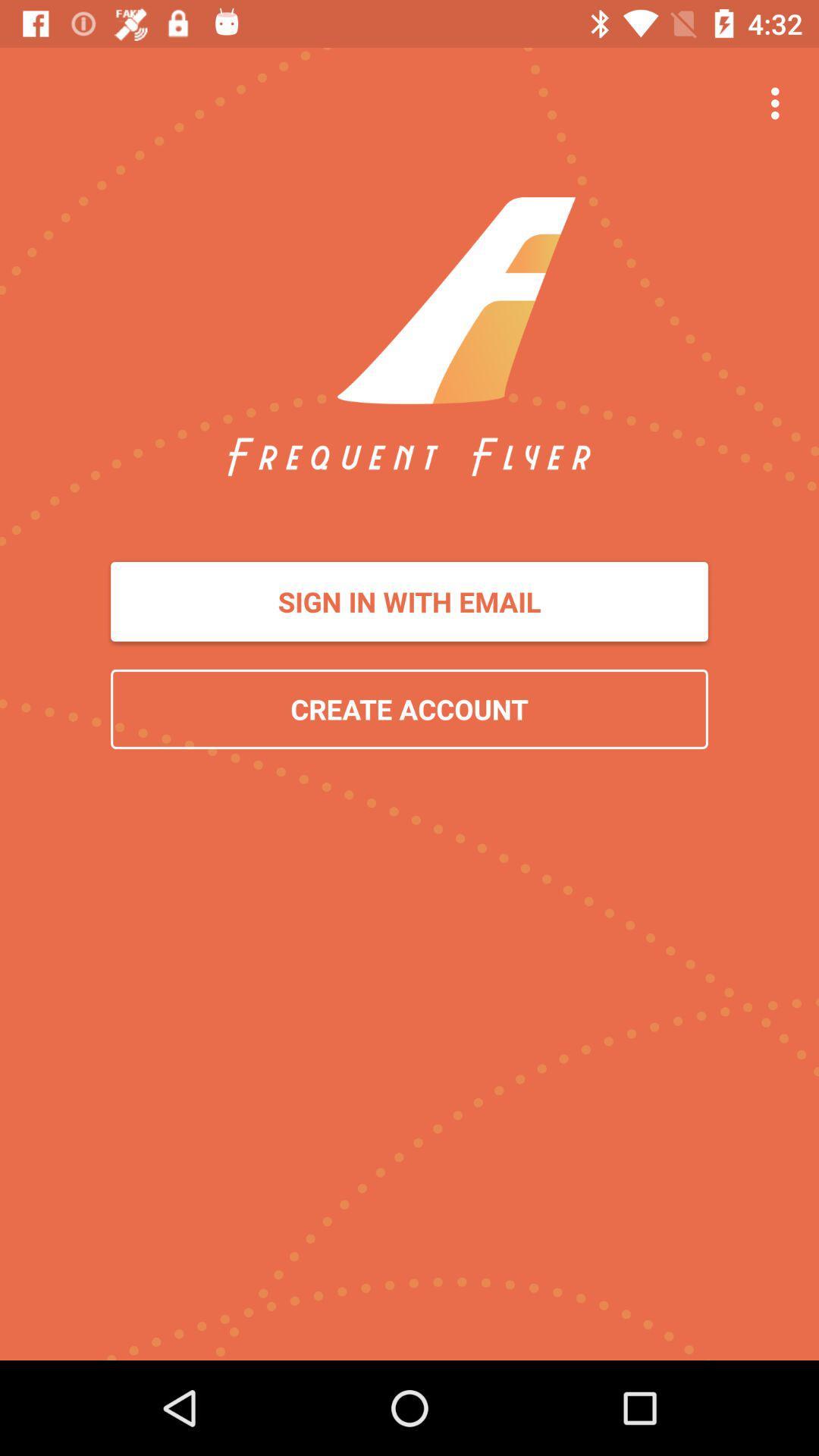 The image size is (819, 1456). Describe the element at coordinates (779, 102) in the screenshot. I see `icon at the top right corner` at that location.